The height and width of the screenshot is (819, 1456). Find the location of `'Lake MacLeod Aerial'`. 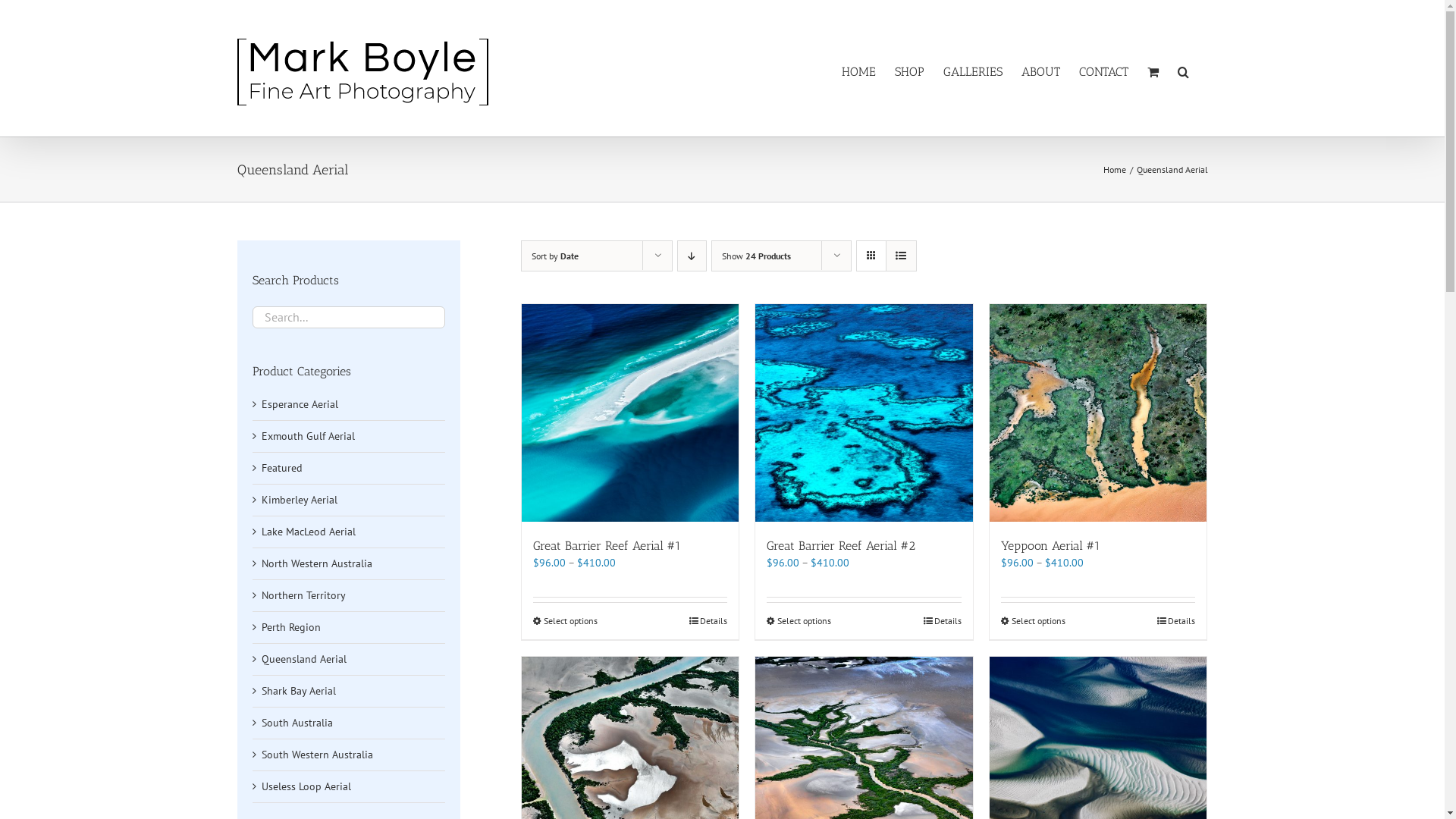

'Lake MacLeod Aerial' is located at coordinates (307, 531).